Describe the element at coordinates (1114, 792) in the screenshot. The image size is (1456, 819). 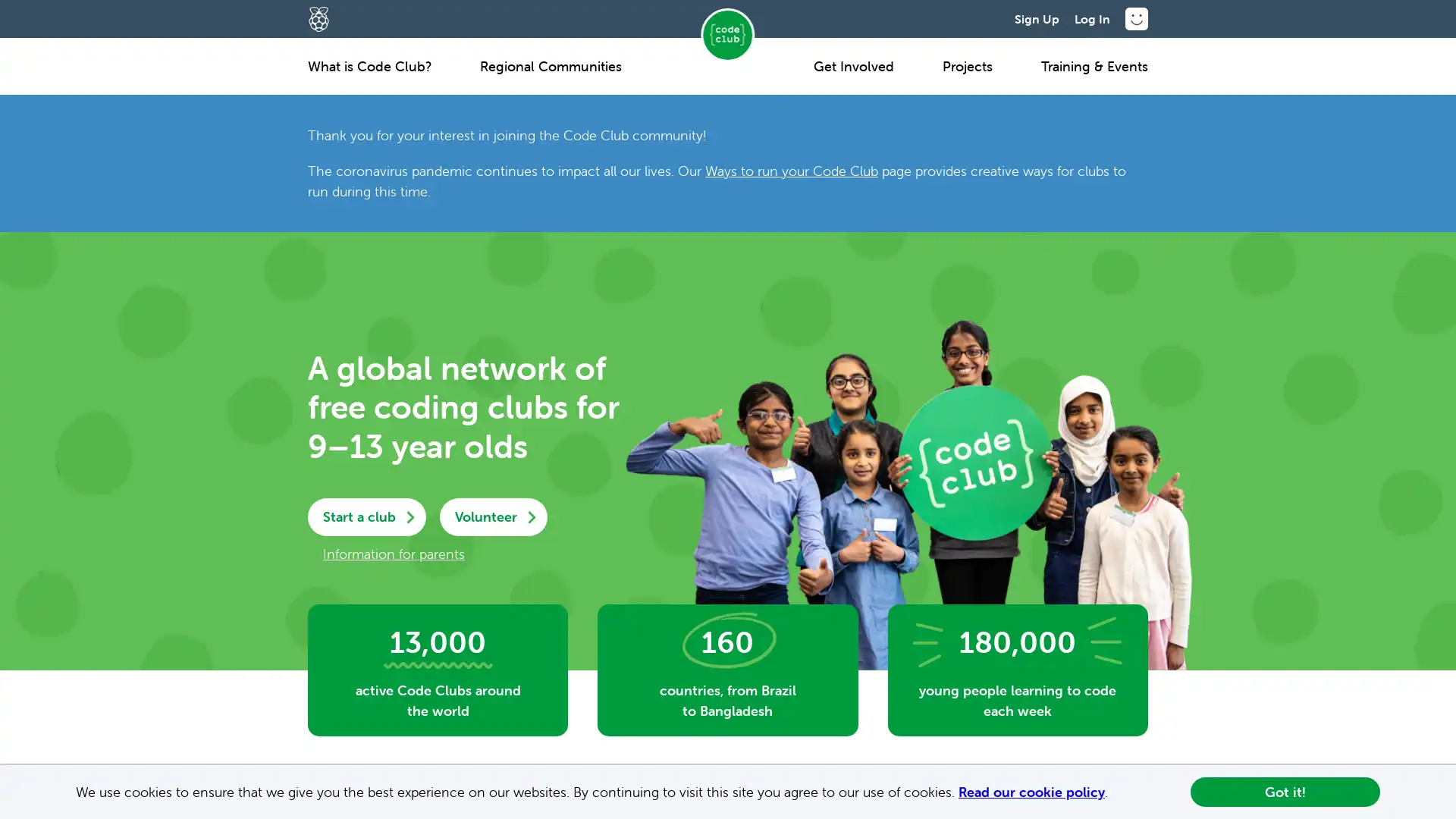
I see `learn more about cookies` at that location.